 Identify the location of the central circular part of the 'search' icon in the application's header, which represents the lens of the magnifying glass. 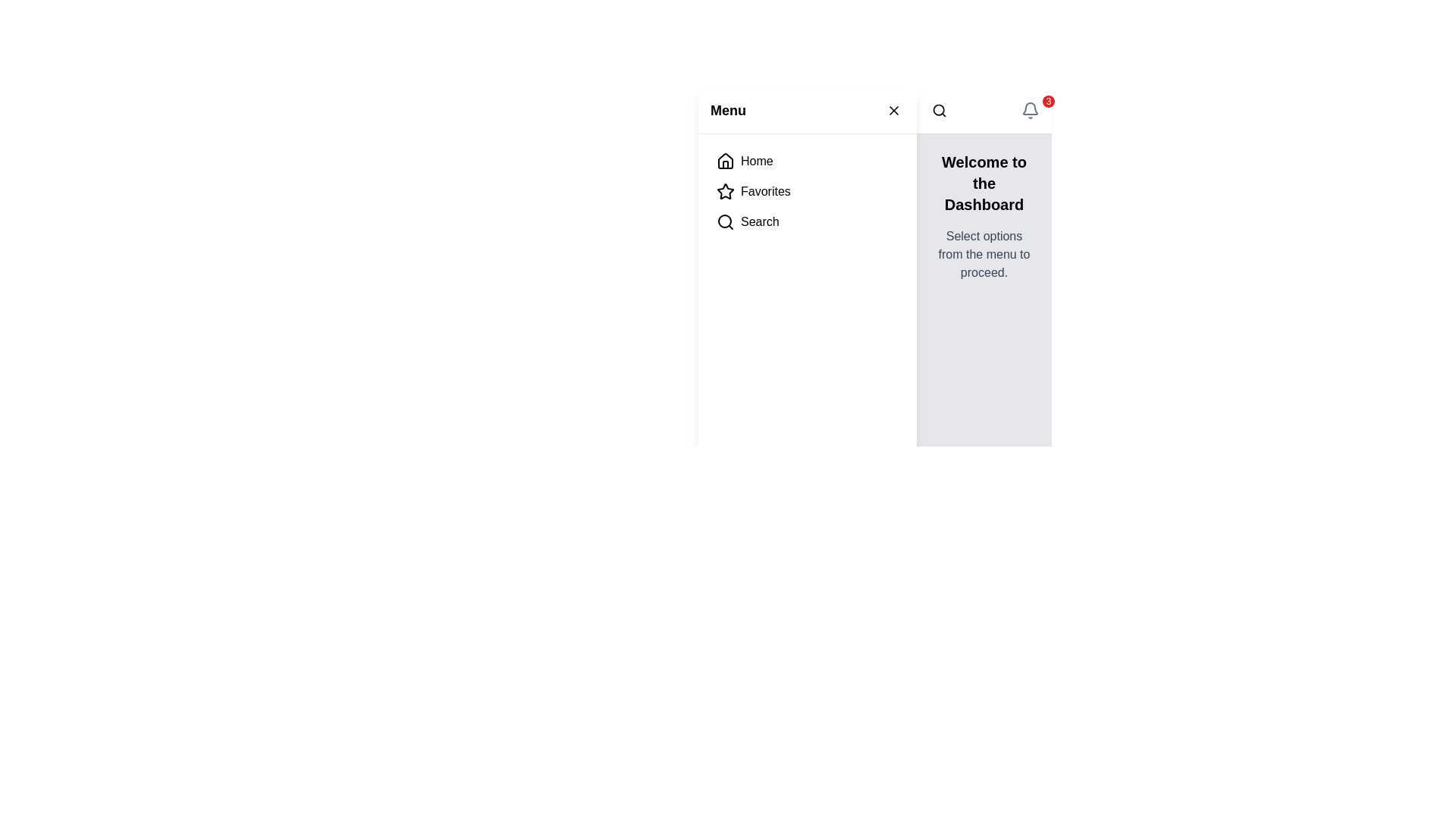
(723, 221).